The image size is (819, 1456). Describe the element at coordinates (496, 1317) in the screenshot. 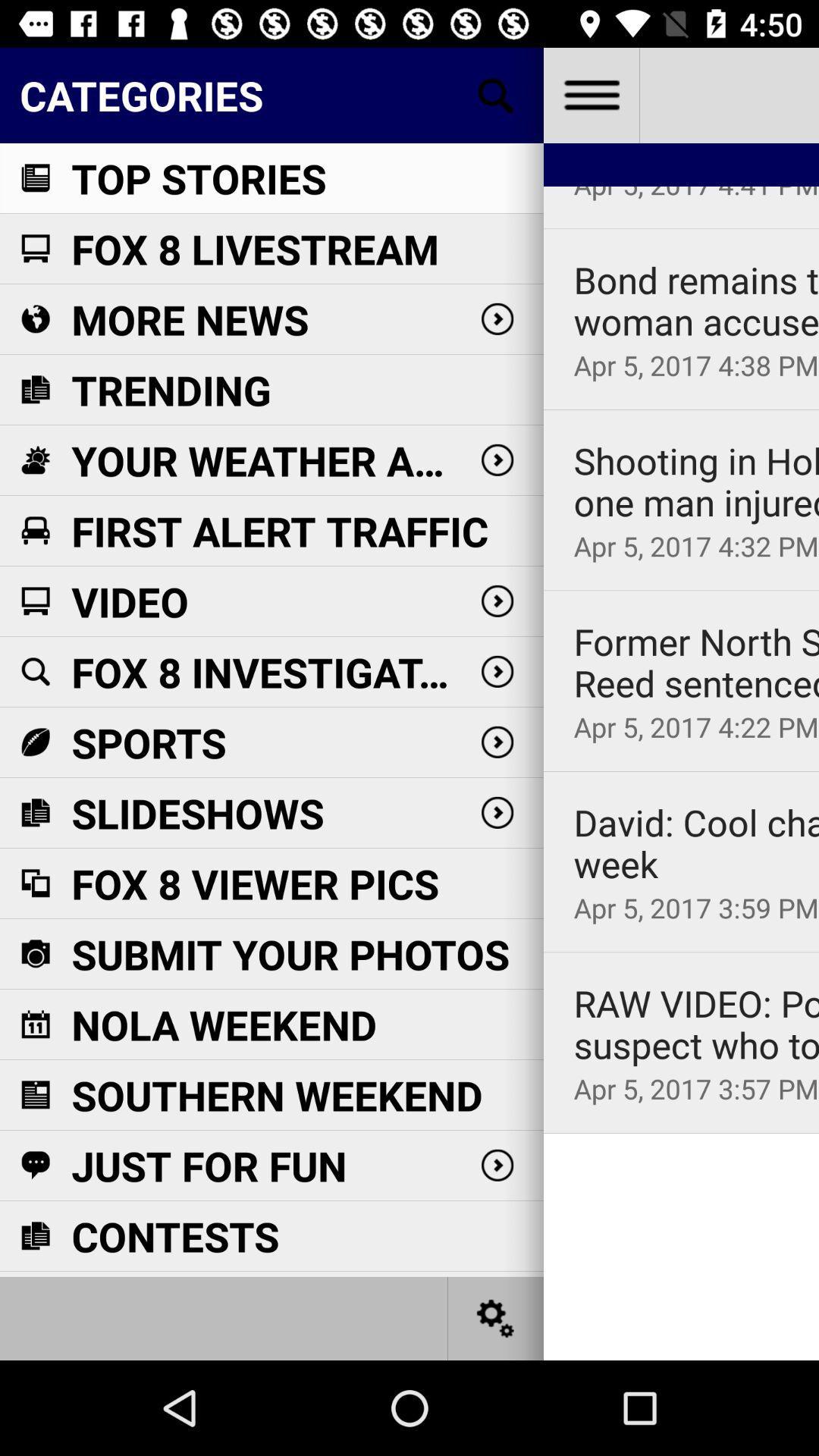

I see `settings button` at that location.